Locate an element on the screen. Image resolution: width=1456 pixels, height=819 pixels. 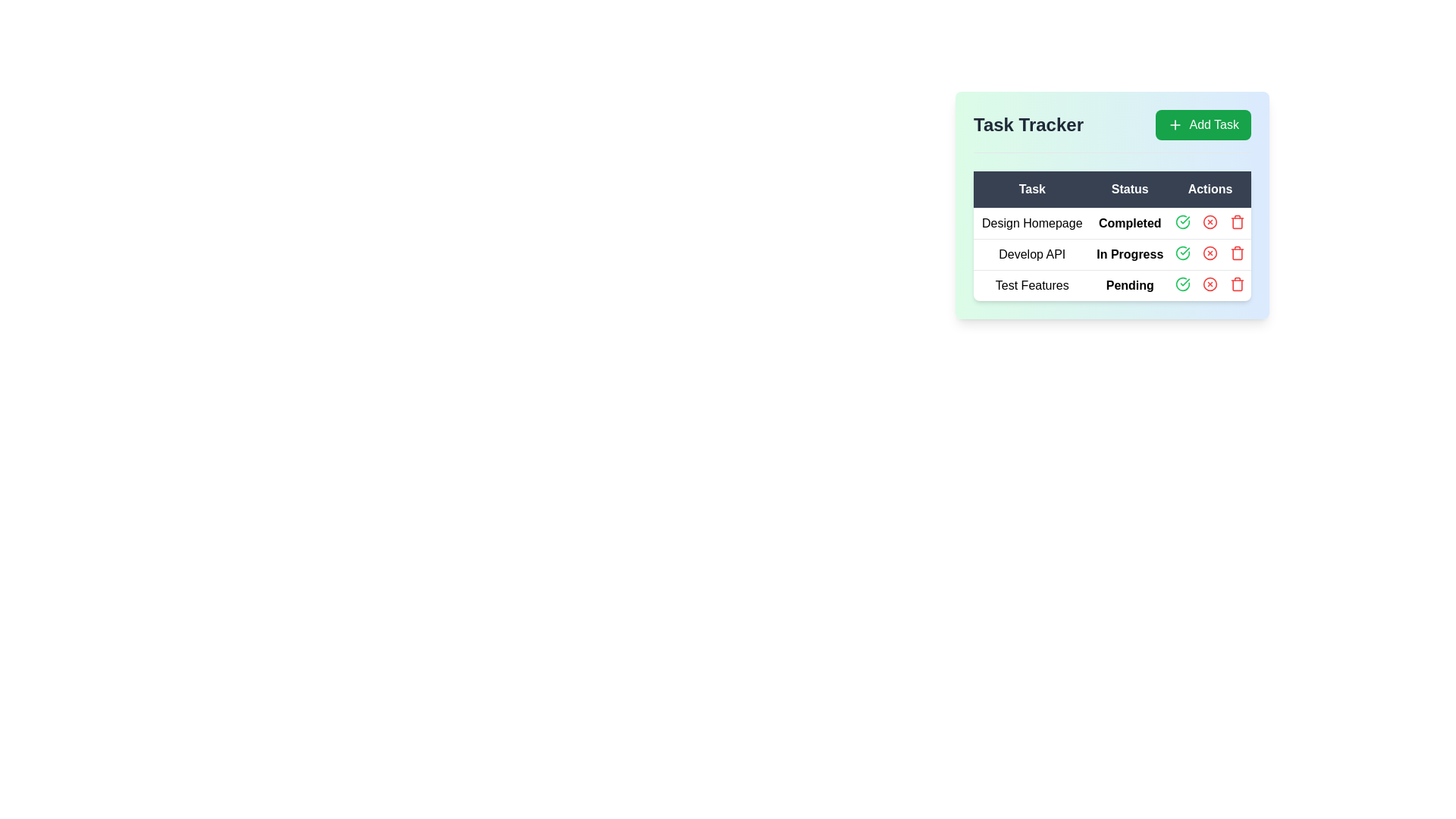
the green checkmark icon in the 'Actions' column of the 'Test Features' row in the 'Task Tracker' table is located at coordinates (1182, 284).